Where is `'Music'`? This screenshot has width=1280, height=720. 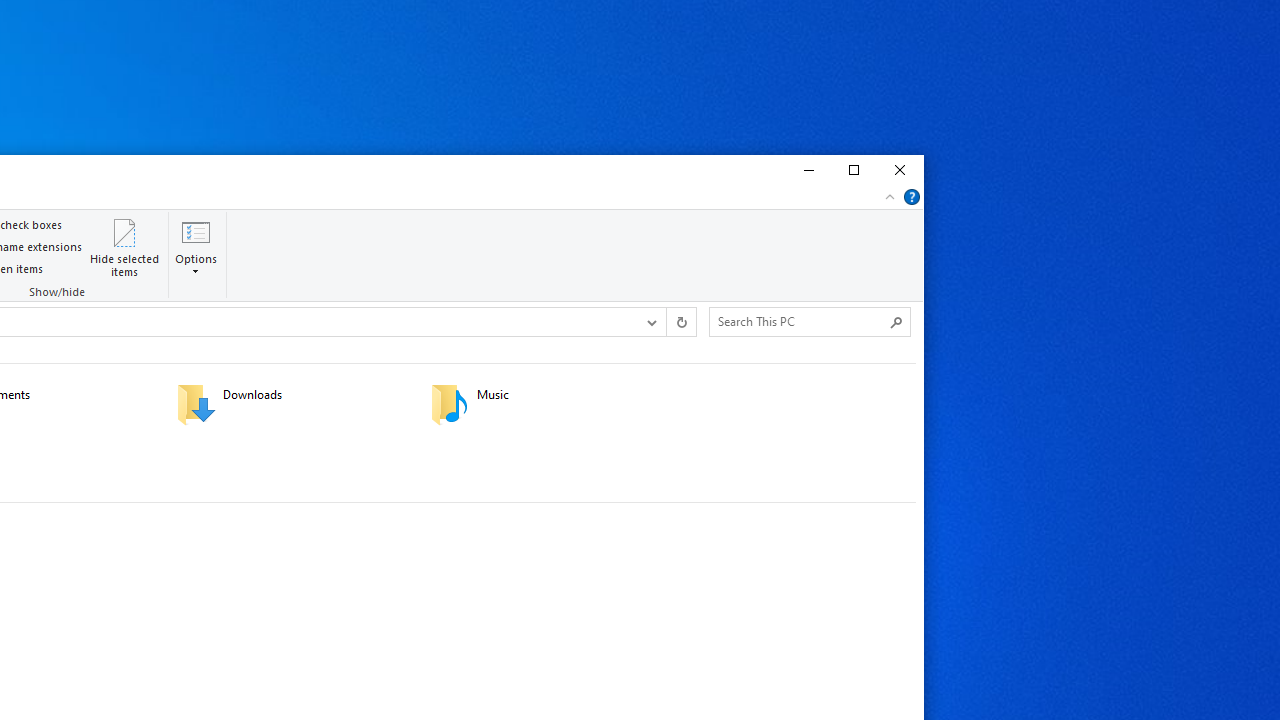 'Music' is located at coordinates (544, 403).